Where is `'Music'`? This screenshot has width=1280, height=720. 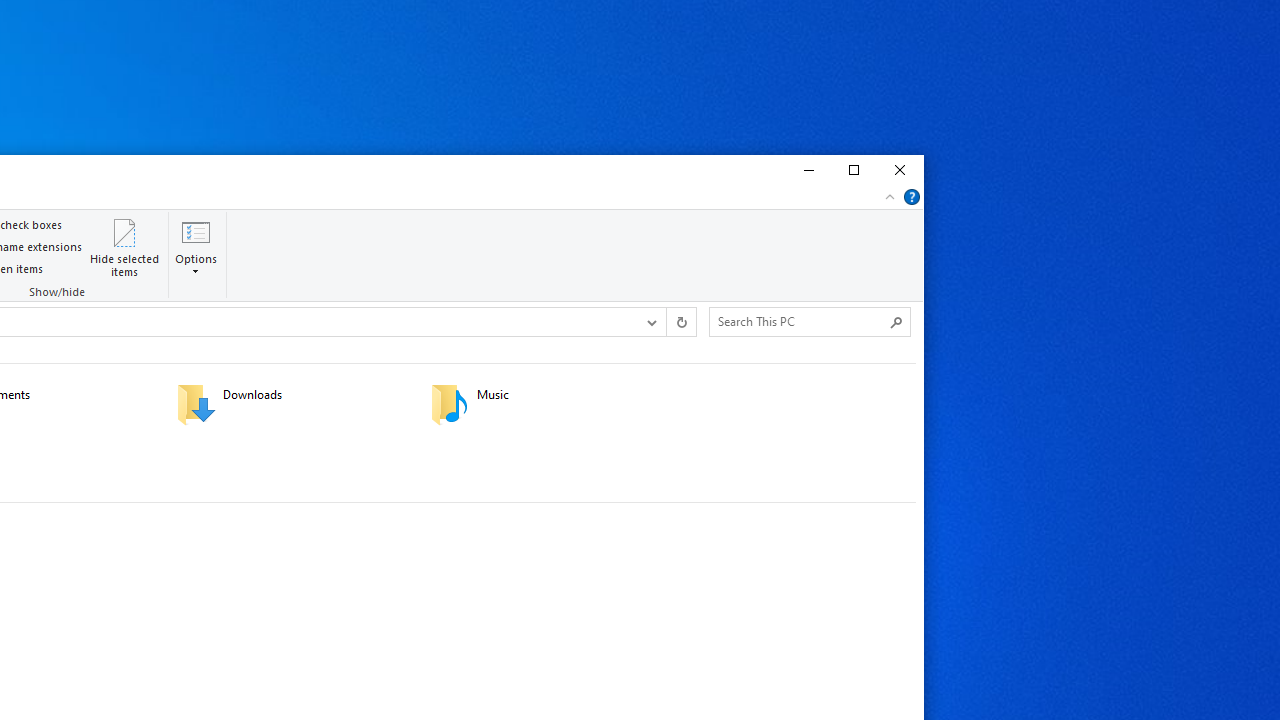 'Music' is located at coordinates (544, 403).